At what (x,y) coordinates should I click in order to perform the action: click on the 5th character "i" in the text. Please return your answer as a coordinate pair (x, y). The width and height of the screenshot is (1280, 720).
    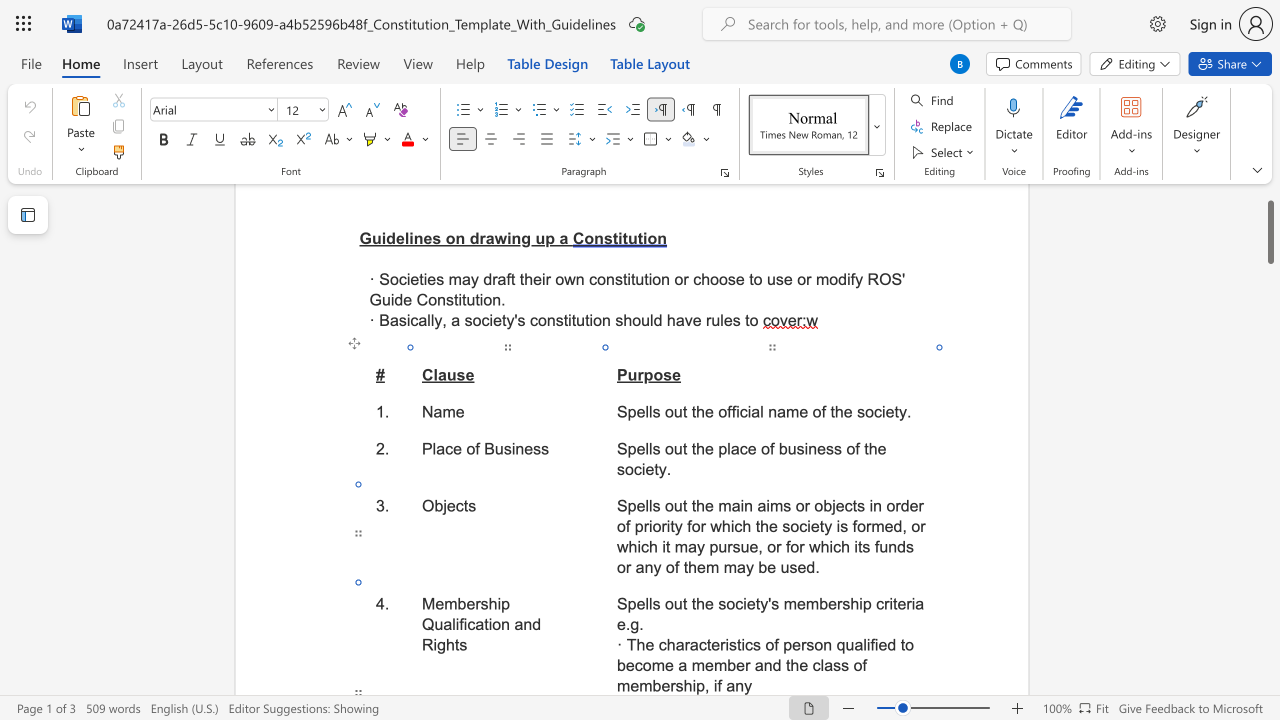
    Looking at the image, I should click on (694, 685).